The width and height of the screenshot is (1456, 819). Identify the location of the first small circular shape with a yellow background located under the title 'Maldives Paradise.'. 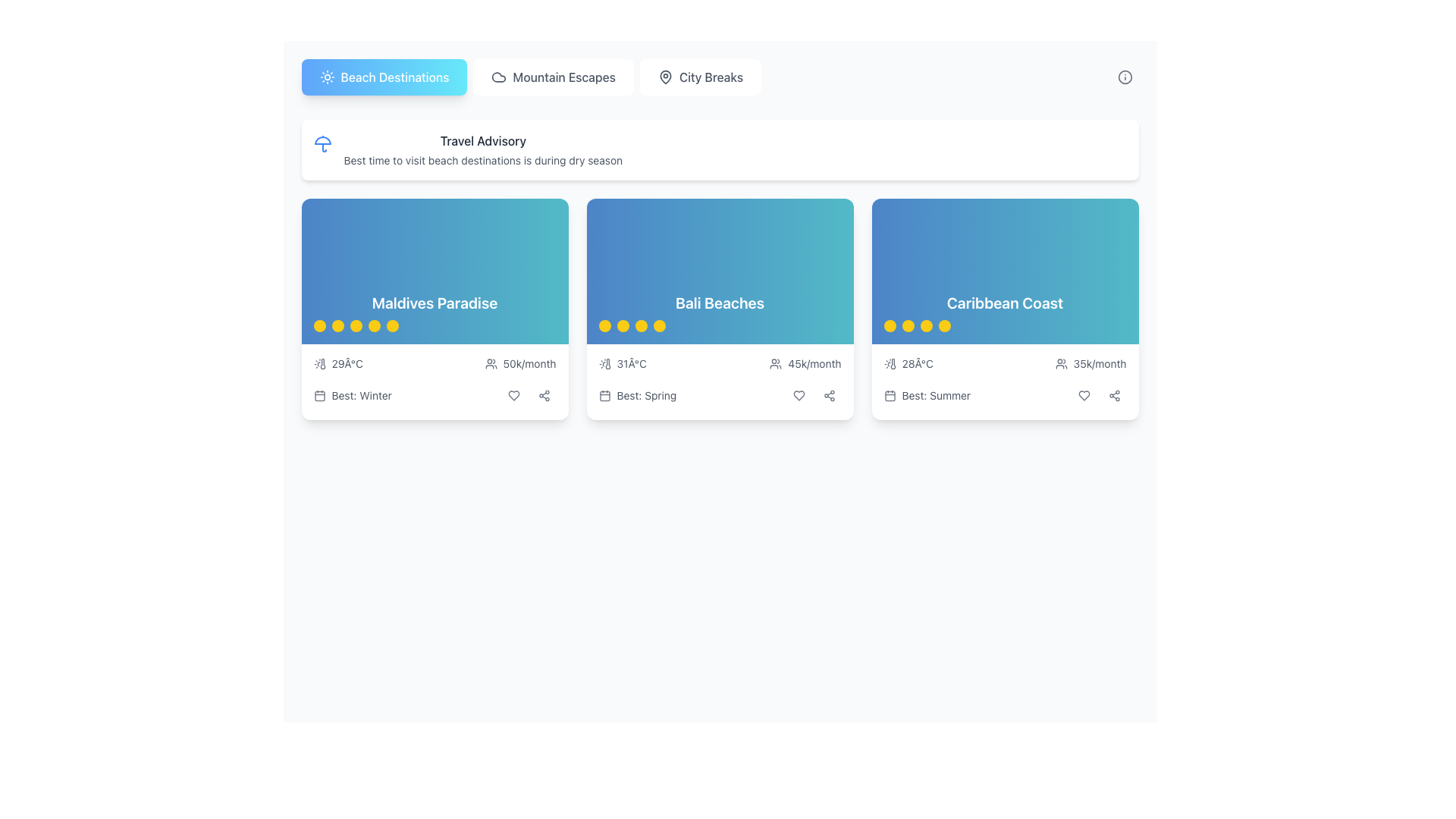
(318, 325).